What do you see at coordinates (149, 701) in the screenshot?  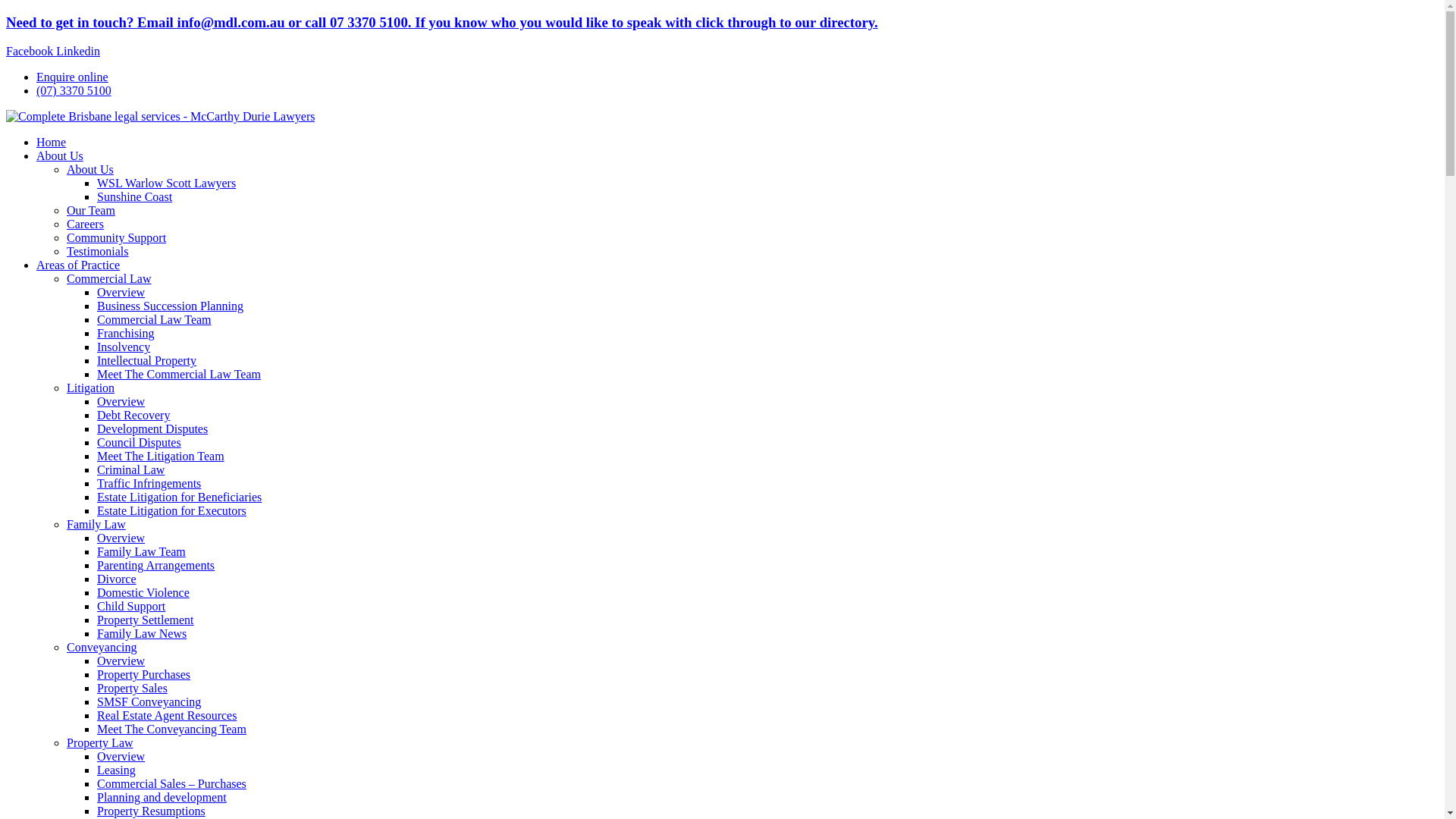 I see `'SMSF Conveyancing'` at bounding box center [149, 701].